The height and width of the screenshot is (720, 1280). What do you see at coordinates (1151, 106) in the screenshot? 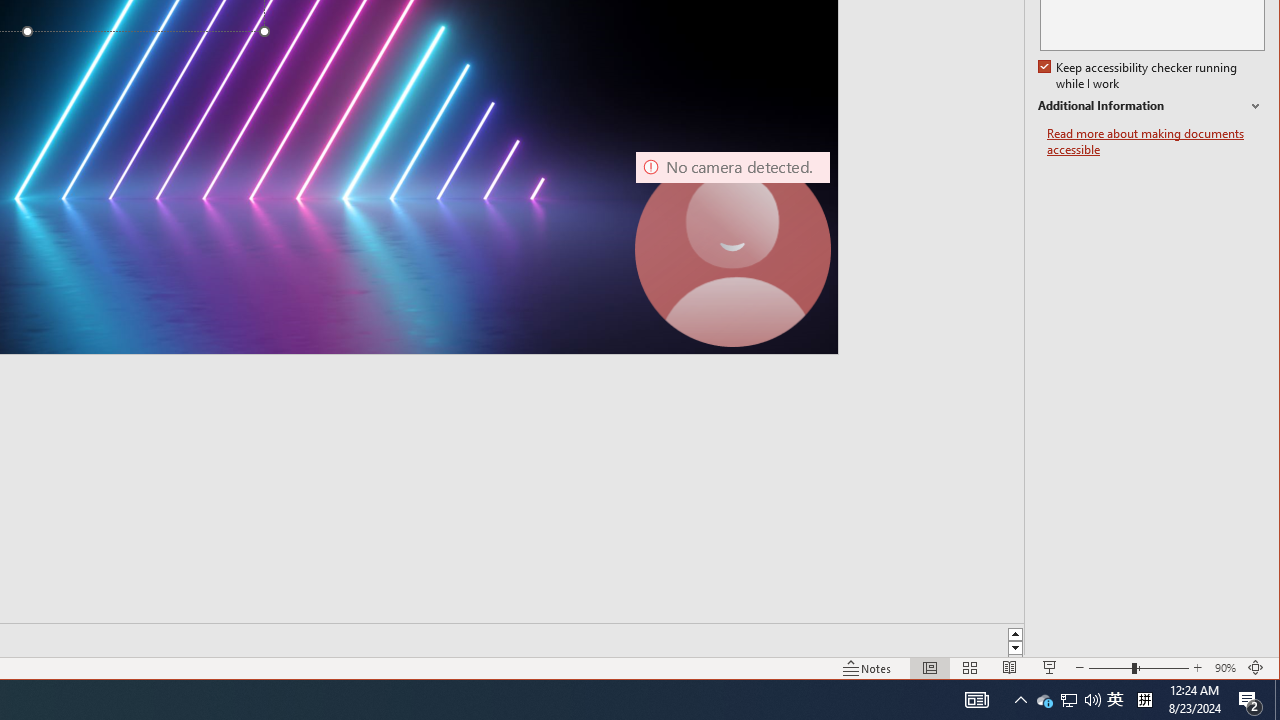
I see `'Additional Information'` at bounding box center [1151, 106].